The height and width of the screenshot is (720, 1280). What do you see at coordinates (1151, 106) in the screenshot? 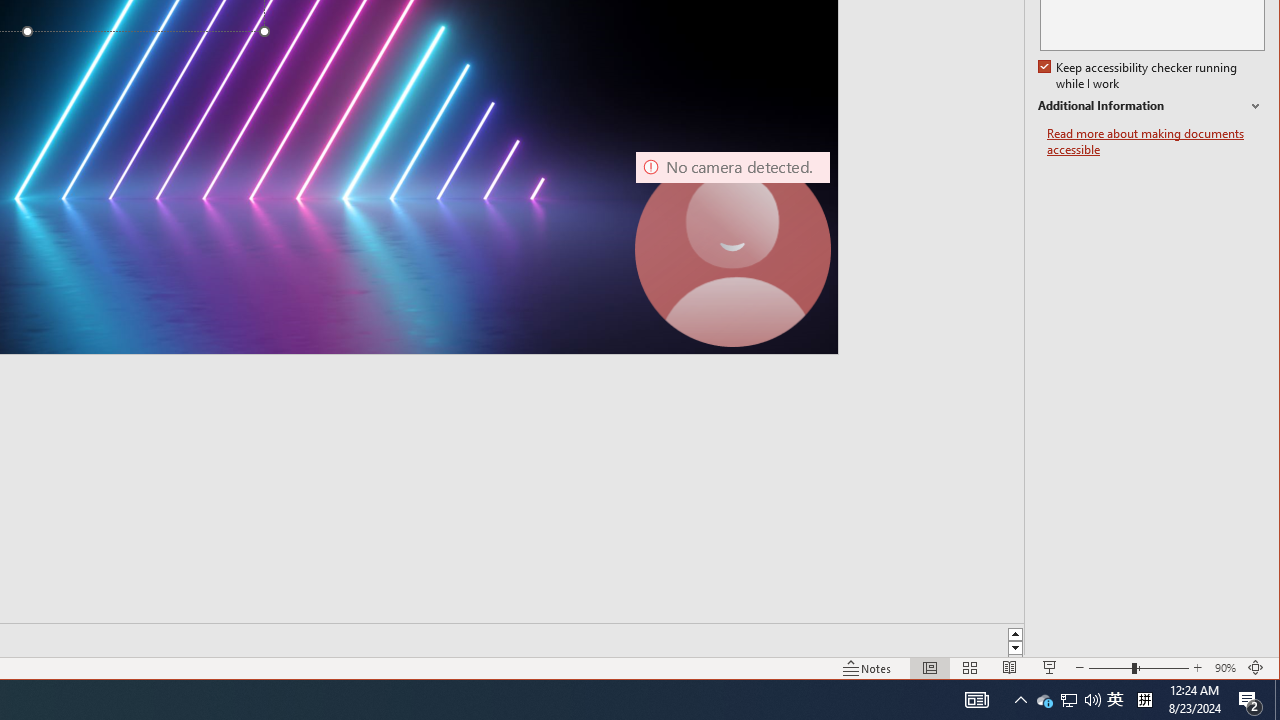
I see `'Additional Information'` at bounding box center [1151, 106].